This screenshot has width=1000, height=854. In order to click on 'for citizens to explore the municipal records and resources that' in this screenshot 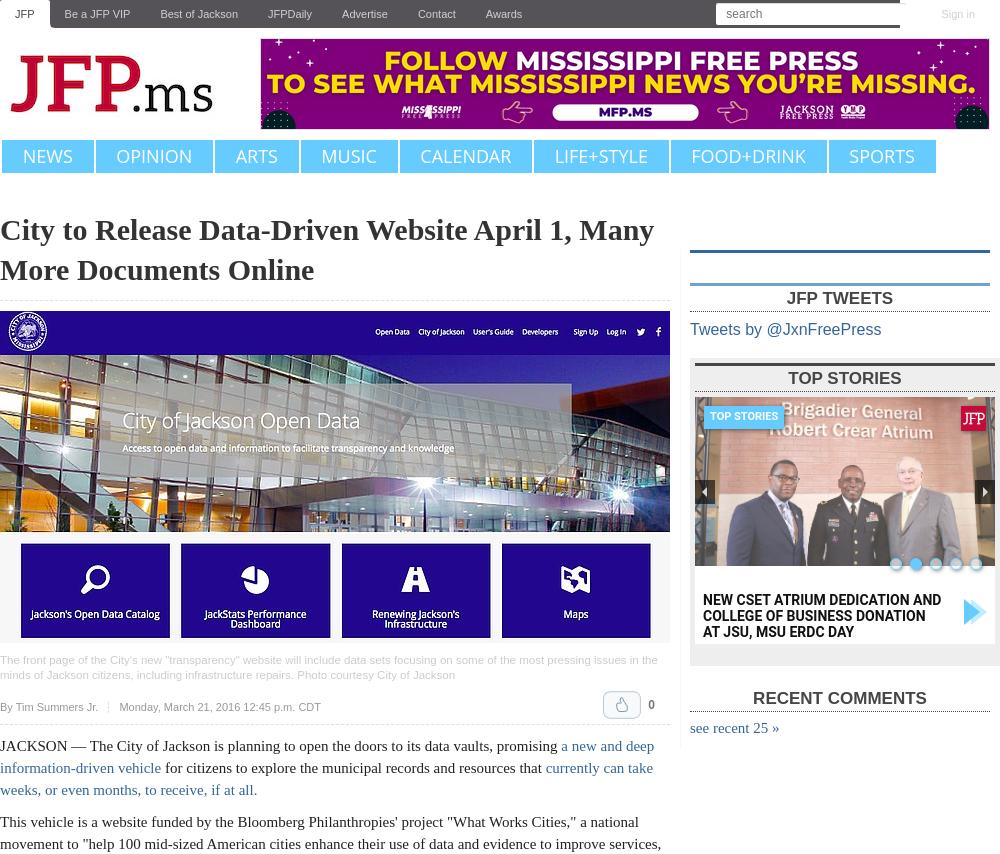, I will do `click(352, 768)`.